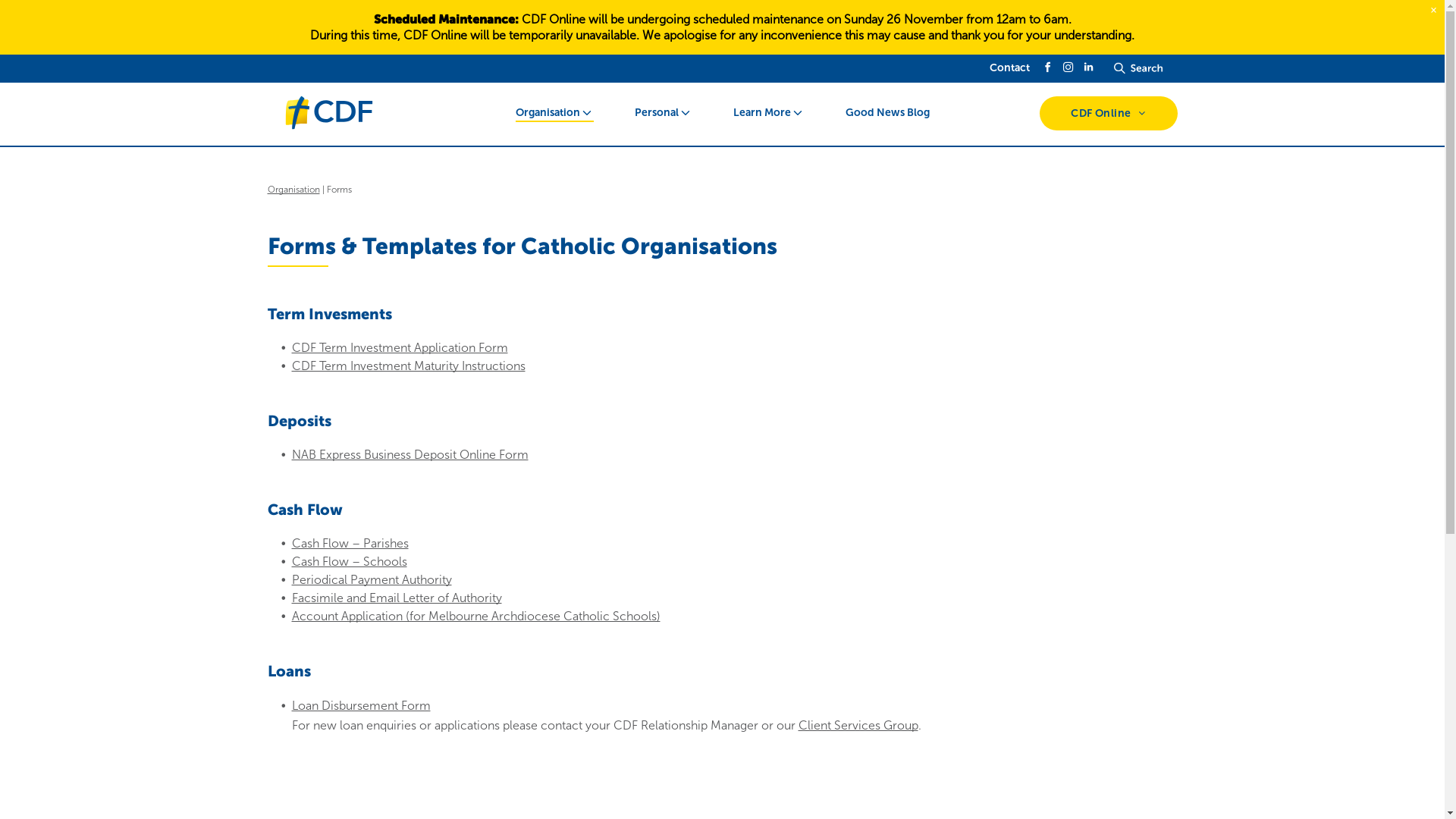 This screenshot has width=1456, height=819. I want to click on 'Loan Disbursement Form', so click(359, 705).